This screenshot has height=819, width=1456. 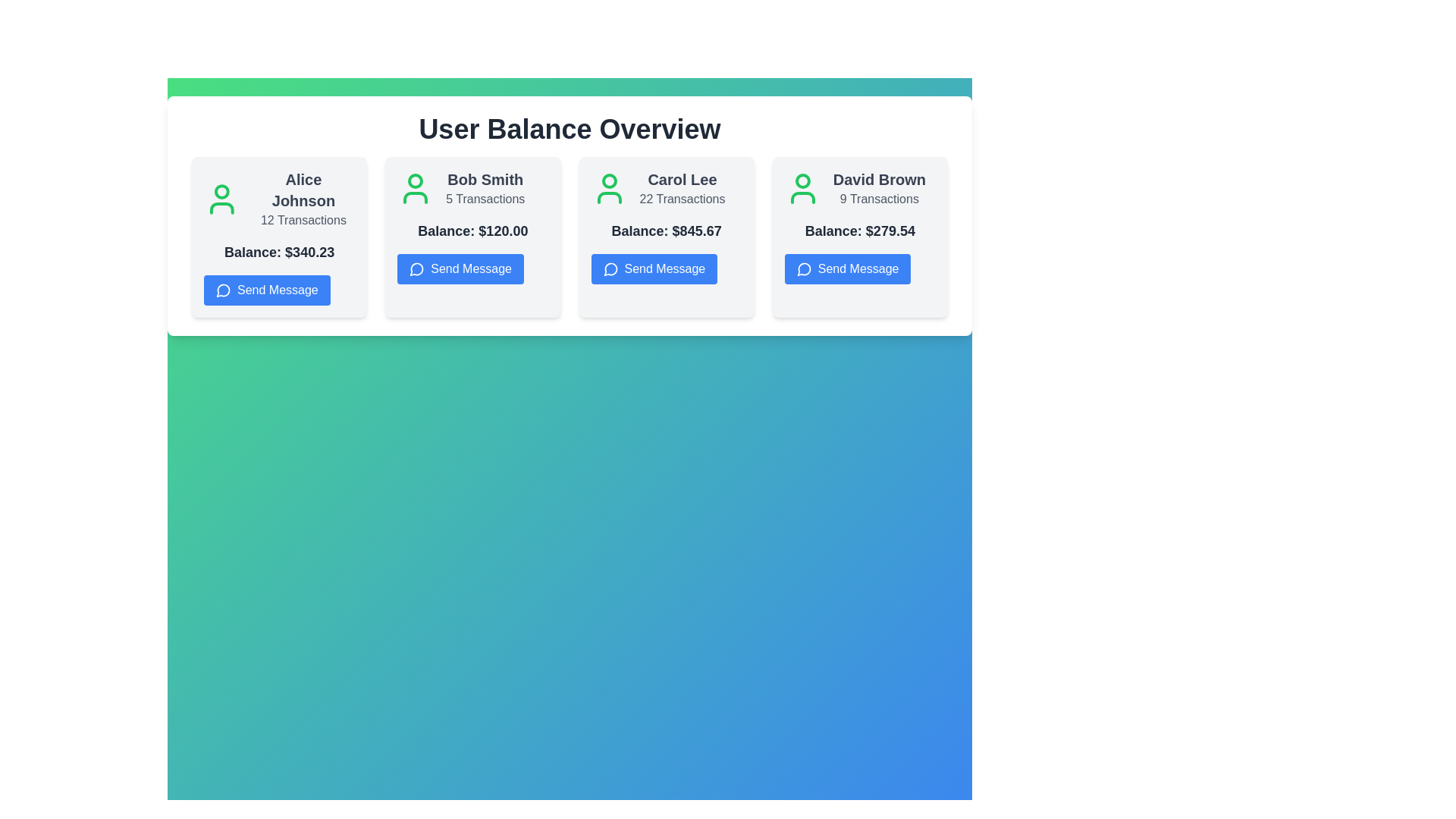 What do you see at coordinates (221, 198) in the screenshot?
I see `the green user figure SVG icon located at the top-left part of Alice Johnson's user card in the User Balance Overview section` at bounding box center [221, 198].